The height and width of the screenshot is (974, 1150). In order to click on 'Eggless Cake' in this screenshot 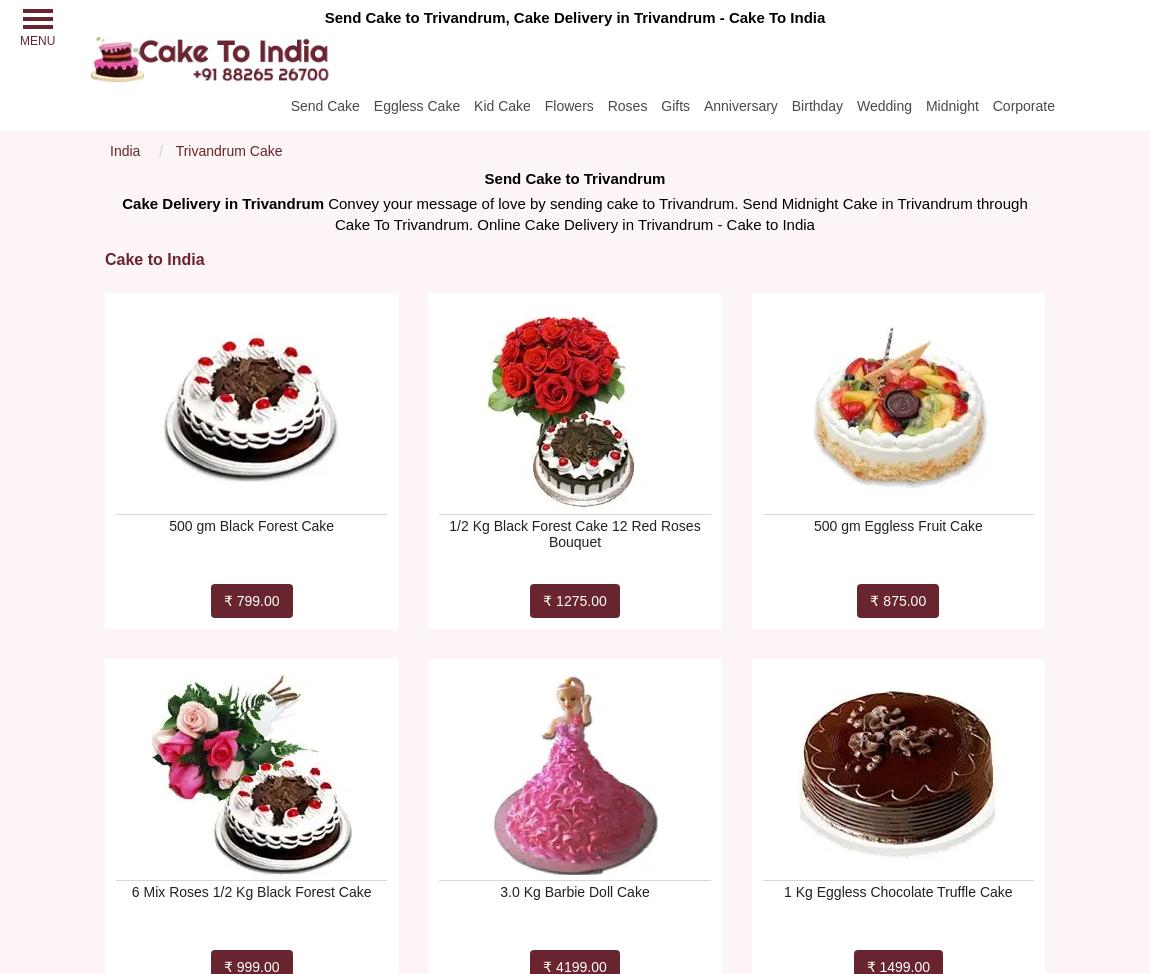, I will do `click(416, 104)`.